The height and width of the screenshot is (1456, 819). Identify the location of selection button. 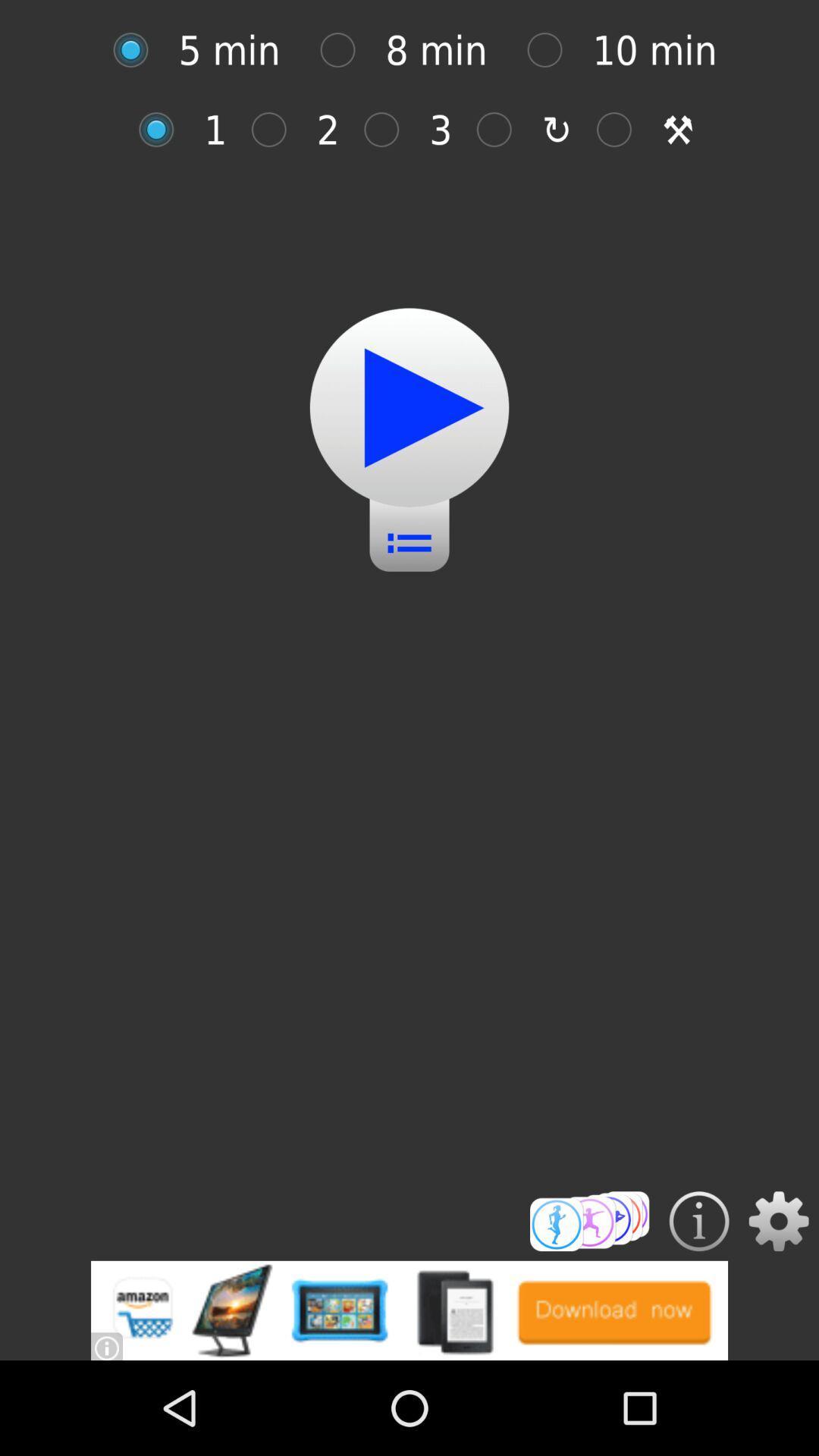
(388, 130).